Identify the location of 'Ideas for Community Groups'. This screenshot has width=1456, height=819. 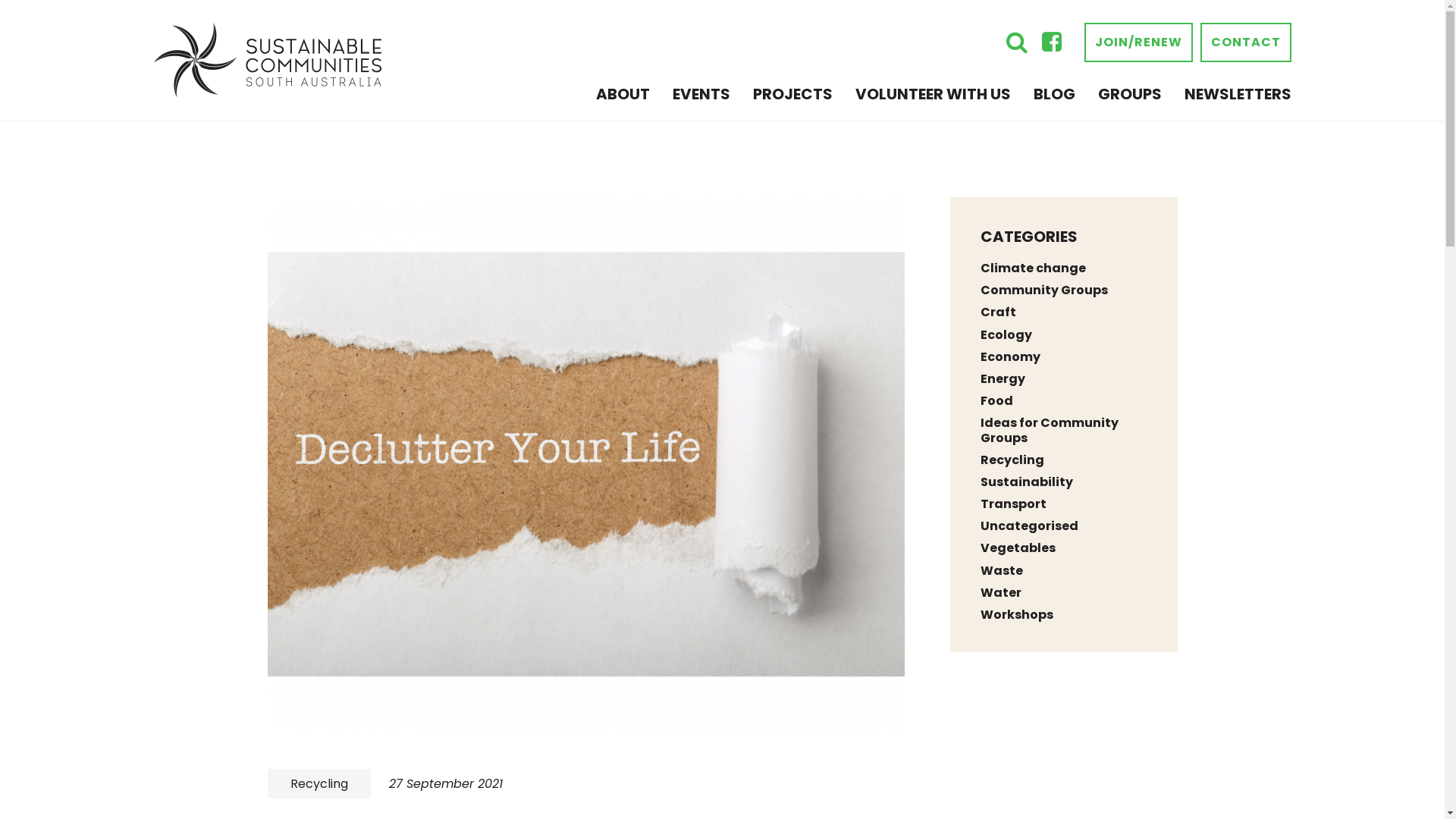
(979, 430).